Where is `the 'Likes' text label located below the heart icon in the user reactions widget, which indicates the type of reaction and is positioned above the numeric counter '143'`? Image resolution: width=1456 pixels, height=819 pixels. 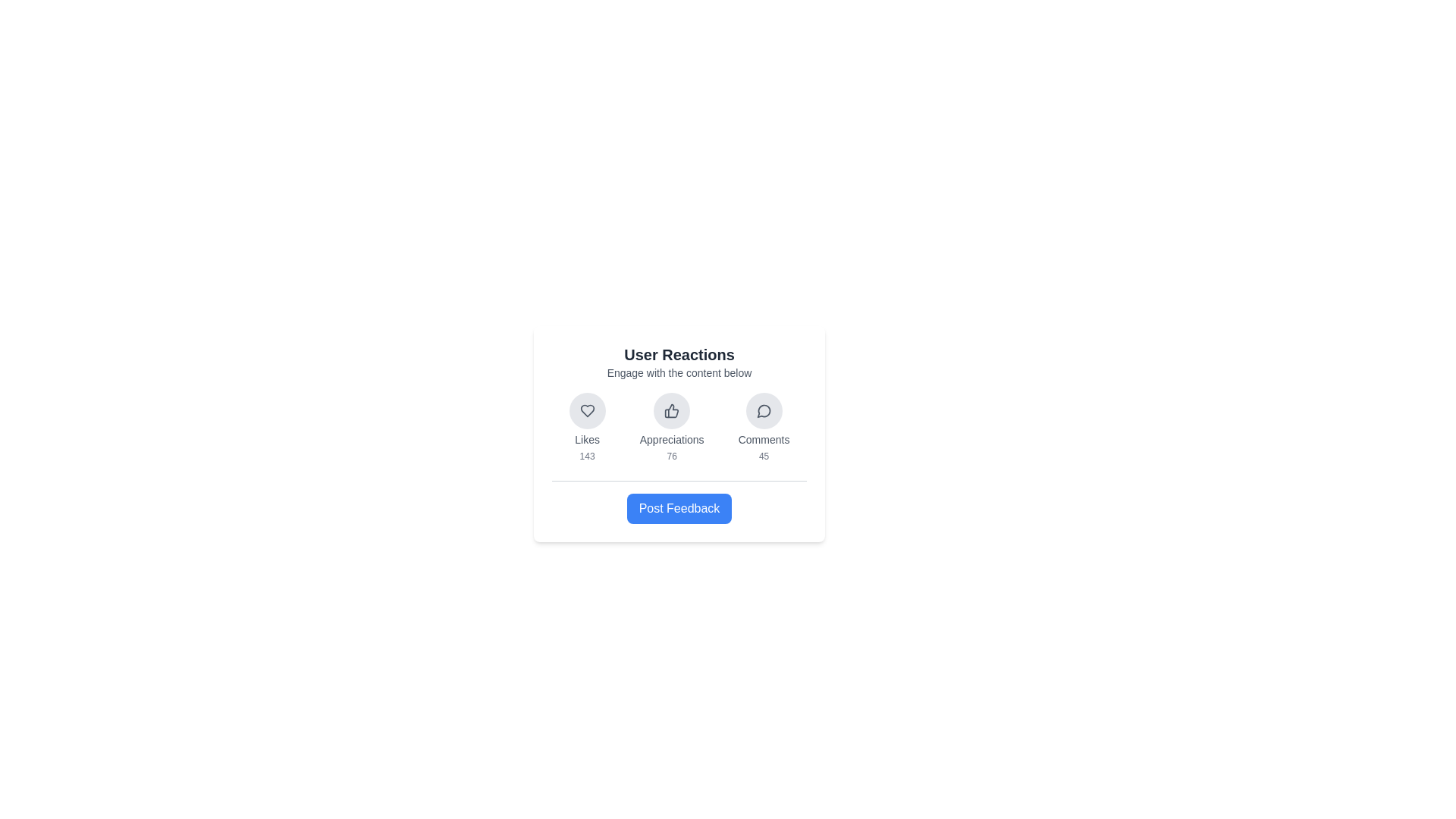 the 'Likes' text label located below the heart icon in the user reactions widget, which indicates the type of reaction and is positioned above the numeric counter '143' is located at coordinates (586, 439).